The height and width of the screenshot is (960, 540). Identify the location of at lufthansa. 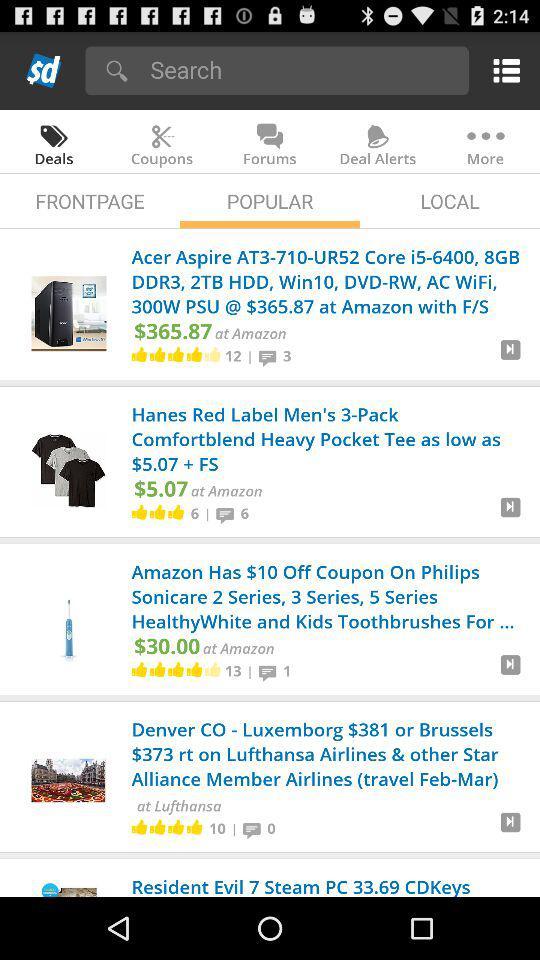
(178, 805).